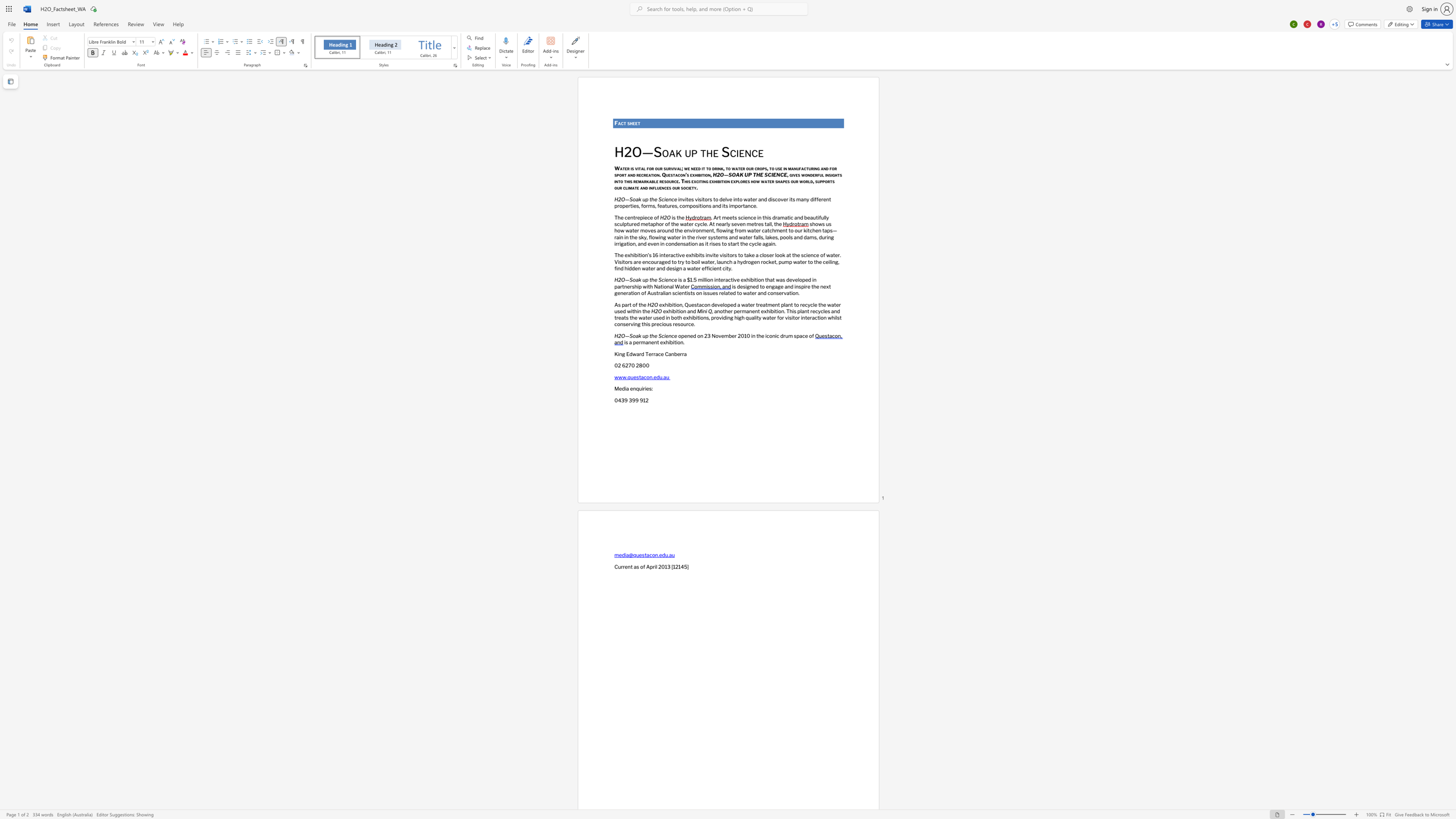 The height and width of the screenshot is (819, 1456). Describe the element at coordinates (652, 199) in the screenshot. I see `the 1th character "h" in the text` at that location.